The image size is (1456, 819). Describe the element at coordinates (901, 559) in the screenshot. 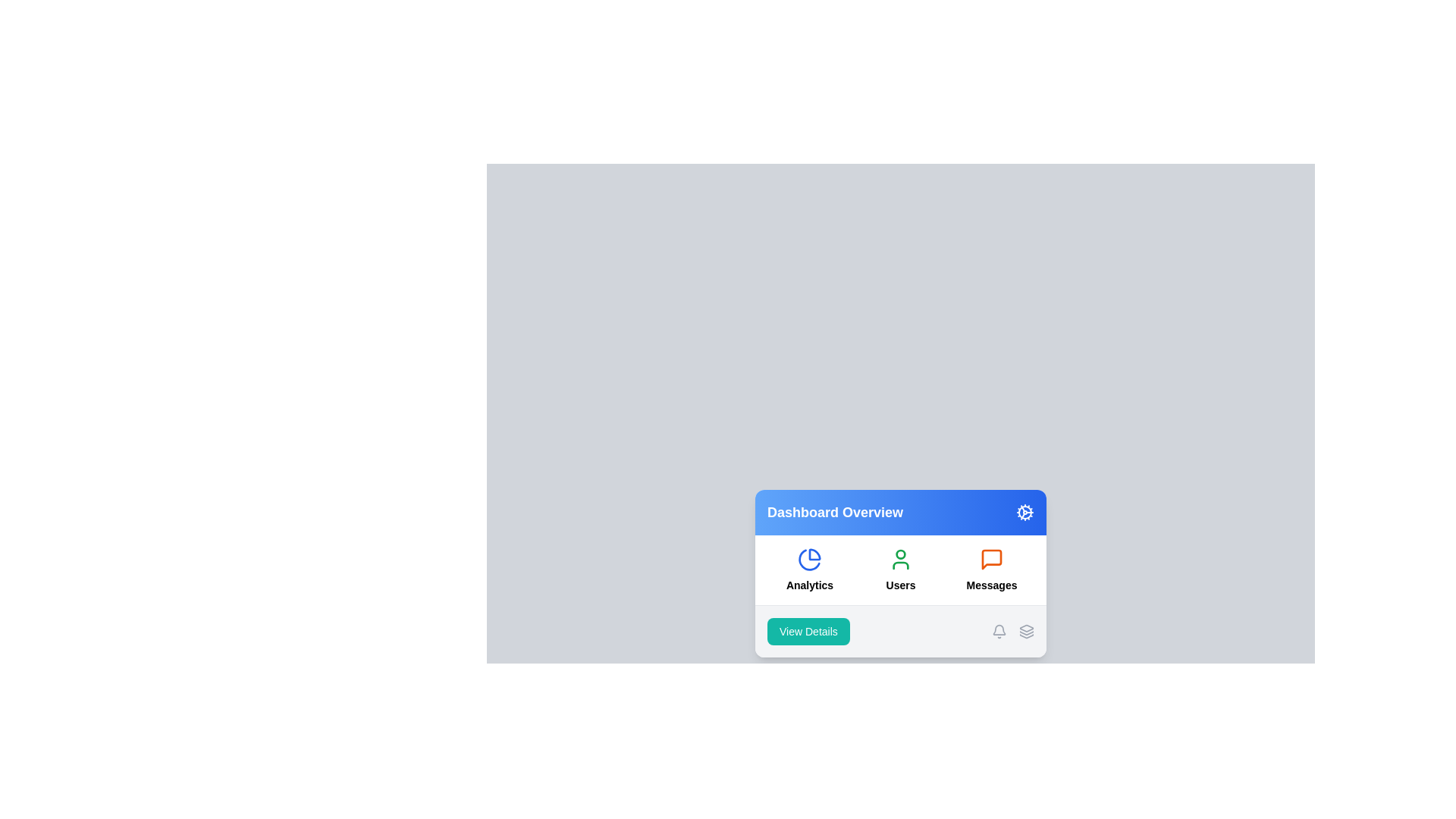

I see `the user profile avatar icon, which is a green, rounded outline representing user functions, located in the 'Users' section of the dashboard` at that location.